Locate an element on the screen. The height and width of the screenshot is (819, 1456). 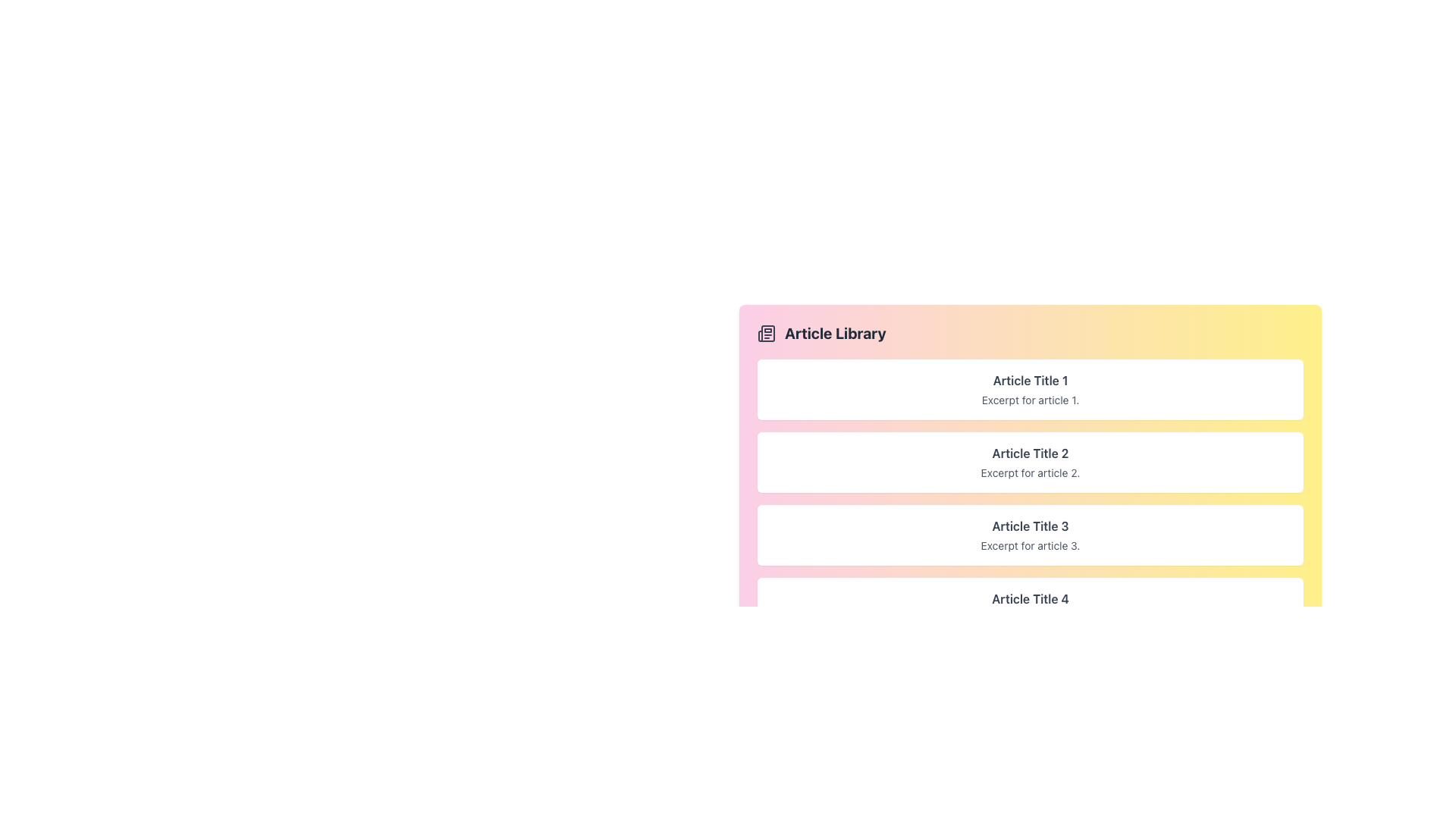
the first article card titled 'Article Title 1' in the 'Article Library' is located at coordinates (1030, 388).